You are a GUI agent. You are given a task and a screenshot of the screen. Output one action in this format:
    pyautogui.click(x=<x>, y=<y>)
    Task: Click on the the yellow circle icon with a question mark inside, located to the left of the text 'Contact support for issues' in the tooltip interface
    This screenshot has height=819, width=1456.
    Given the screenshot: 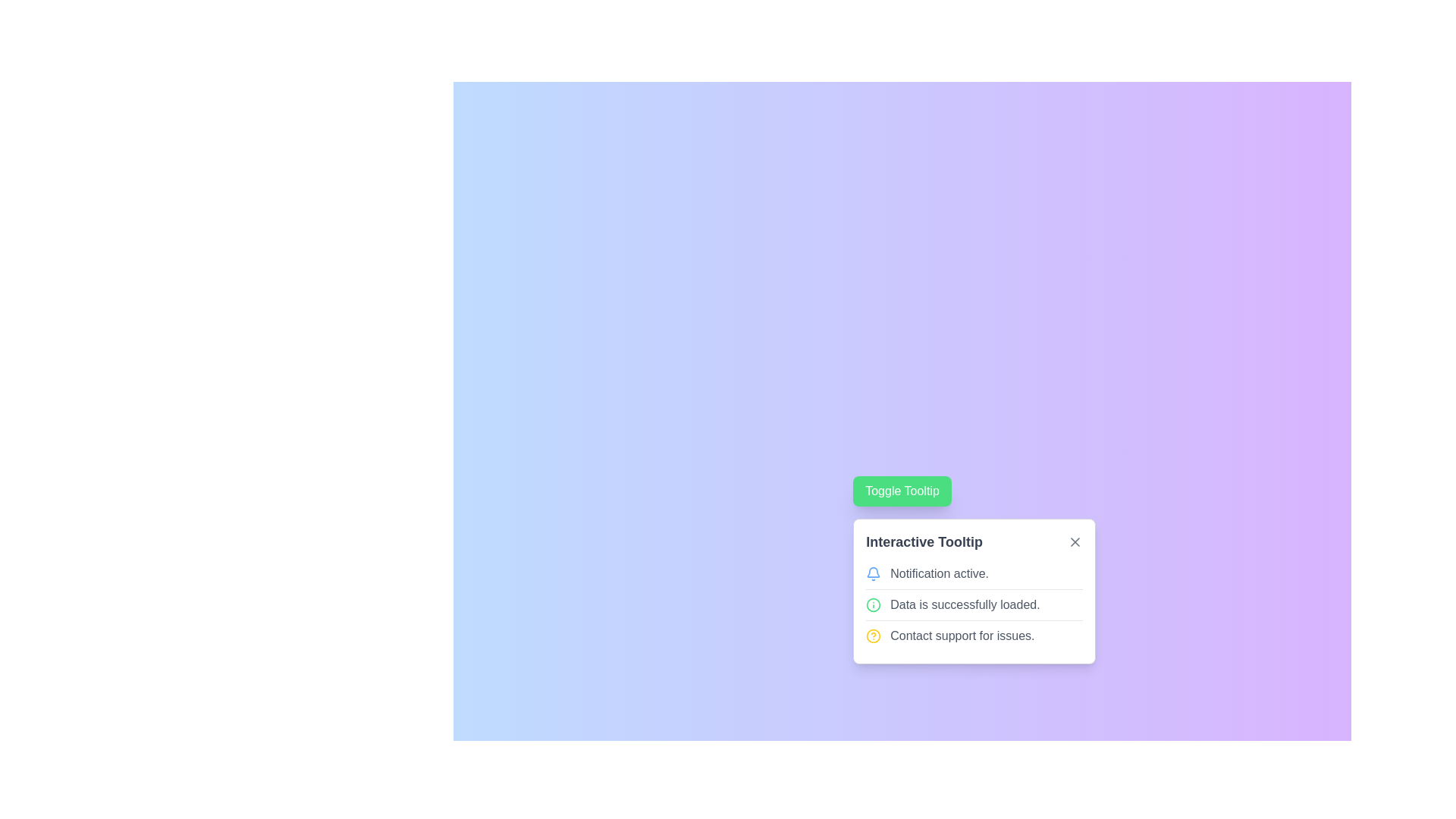 What is the action you would take?
    pyautogui.click(x=874, y=636)
    